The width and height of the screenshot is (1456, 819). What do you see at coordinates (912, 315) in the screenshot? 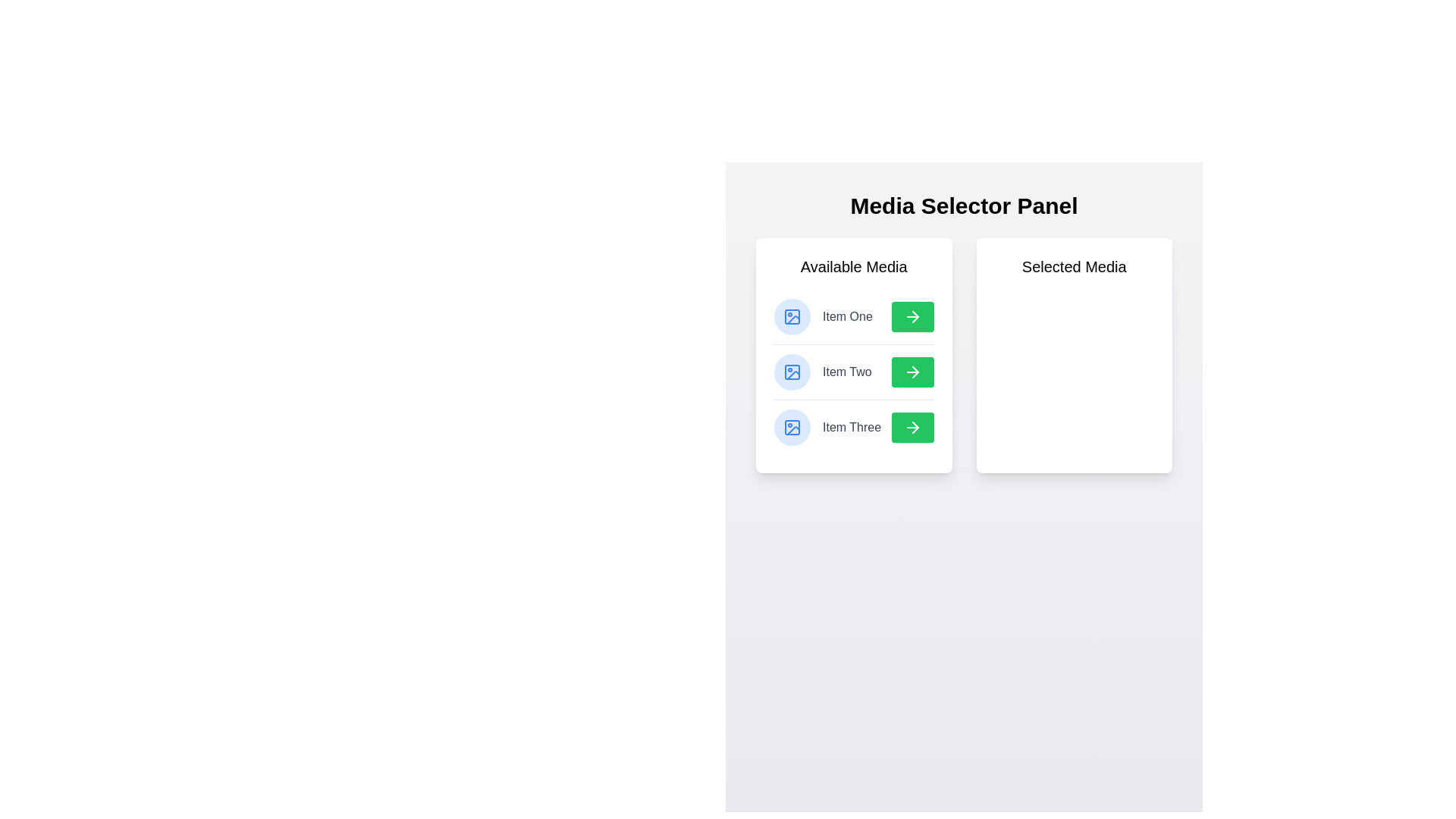
I see `the 'select' or 'transfer' button associated with 'Item One' in the first row of the 'Available Media' panel` at bounding box center [912, 315].